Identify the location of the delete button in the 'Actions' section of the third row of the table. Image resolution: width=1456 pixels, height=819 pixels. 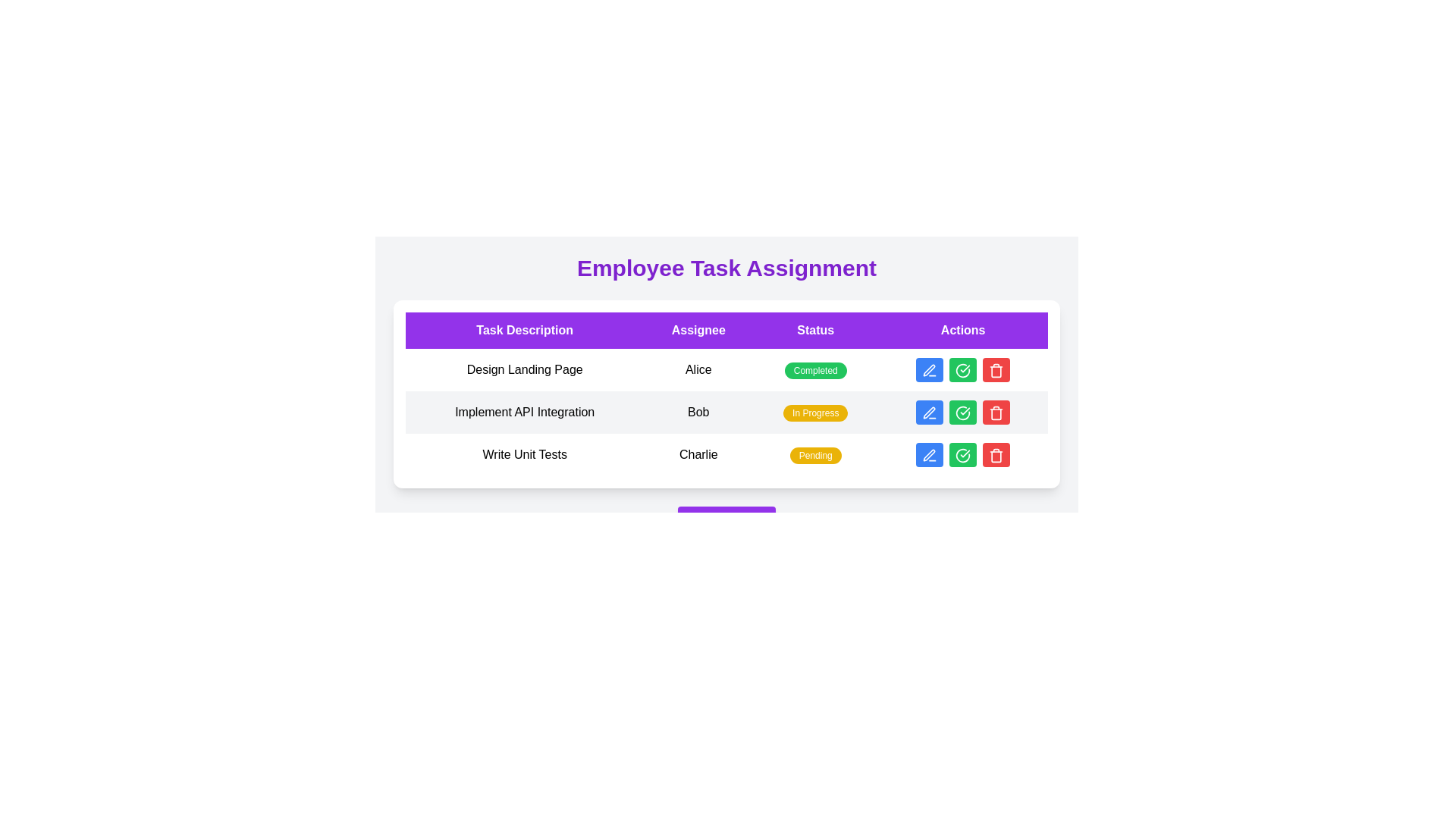
(996, 370).